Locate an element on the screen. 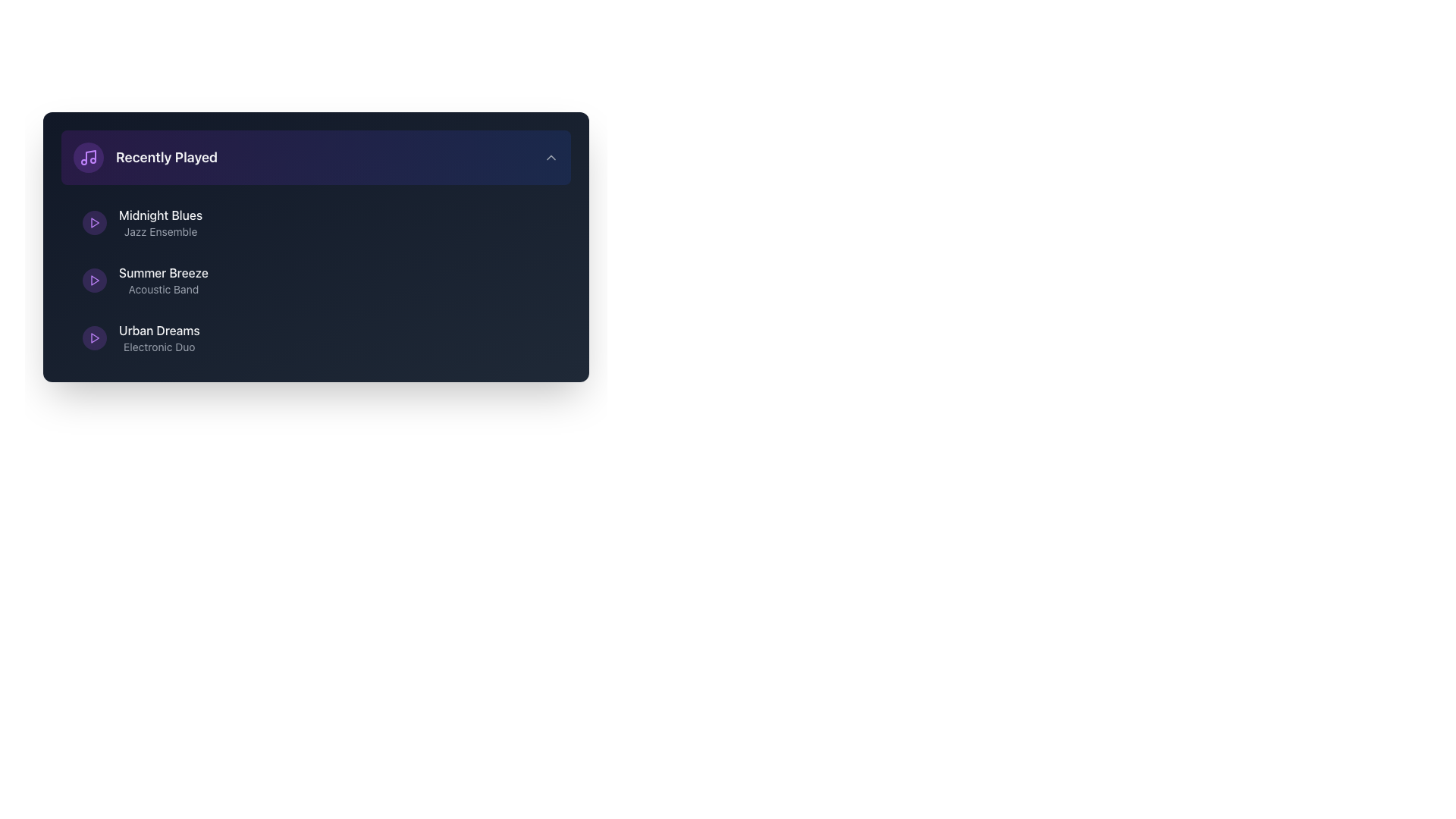  the 'Urban Dreams' link, which is the third item in the vertically-arranged list below 'Summer Breeze' is located at coordinates (141, 337).